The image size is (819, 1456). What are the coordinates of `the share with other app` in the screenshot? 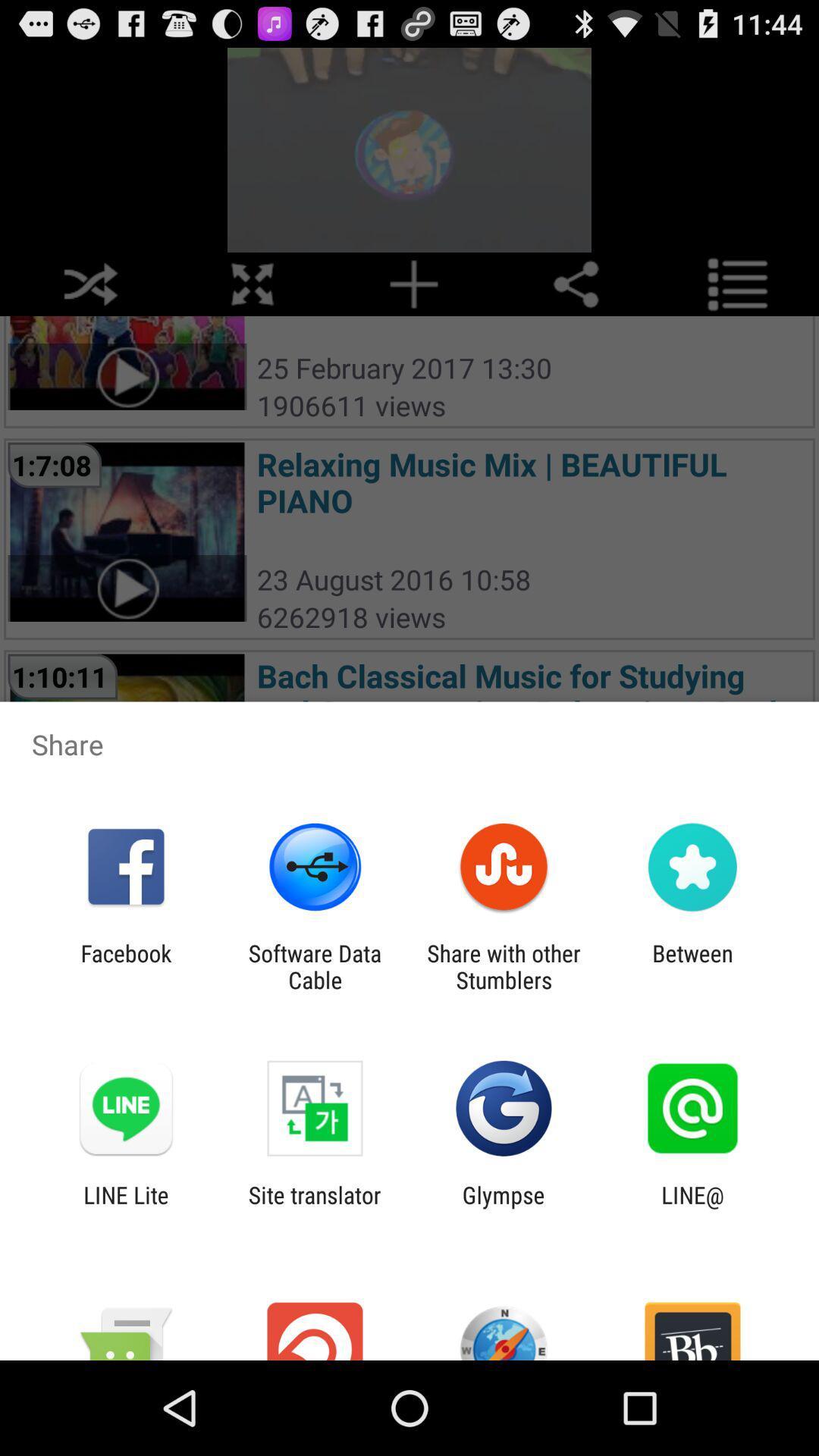 It's located at (504, 966).